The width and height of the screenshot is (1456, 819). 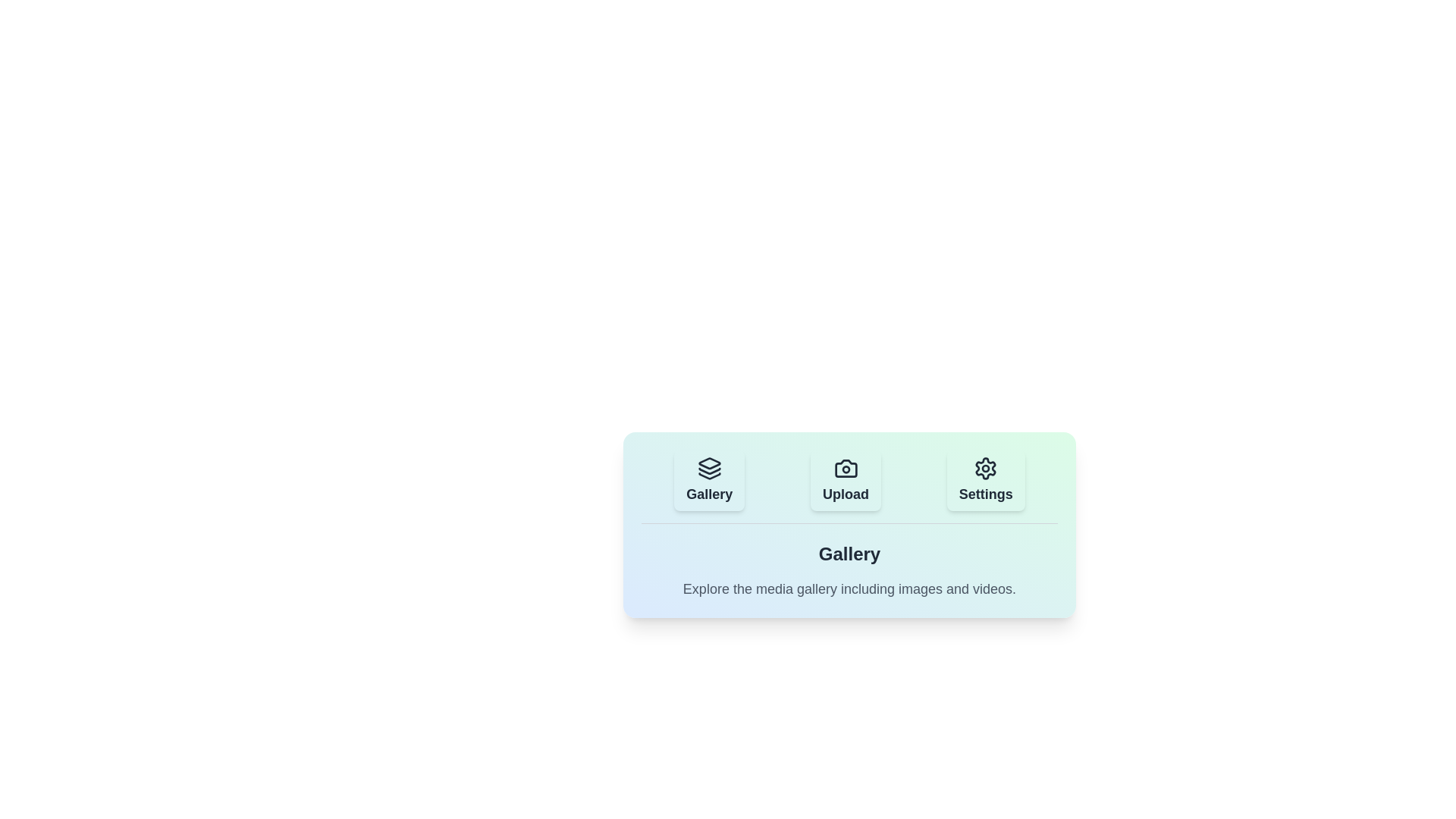 I want to click on the Upload tab to navigate to its content, so click(x=845, y=480).